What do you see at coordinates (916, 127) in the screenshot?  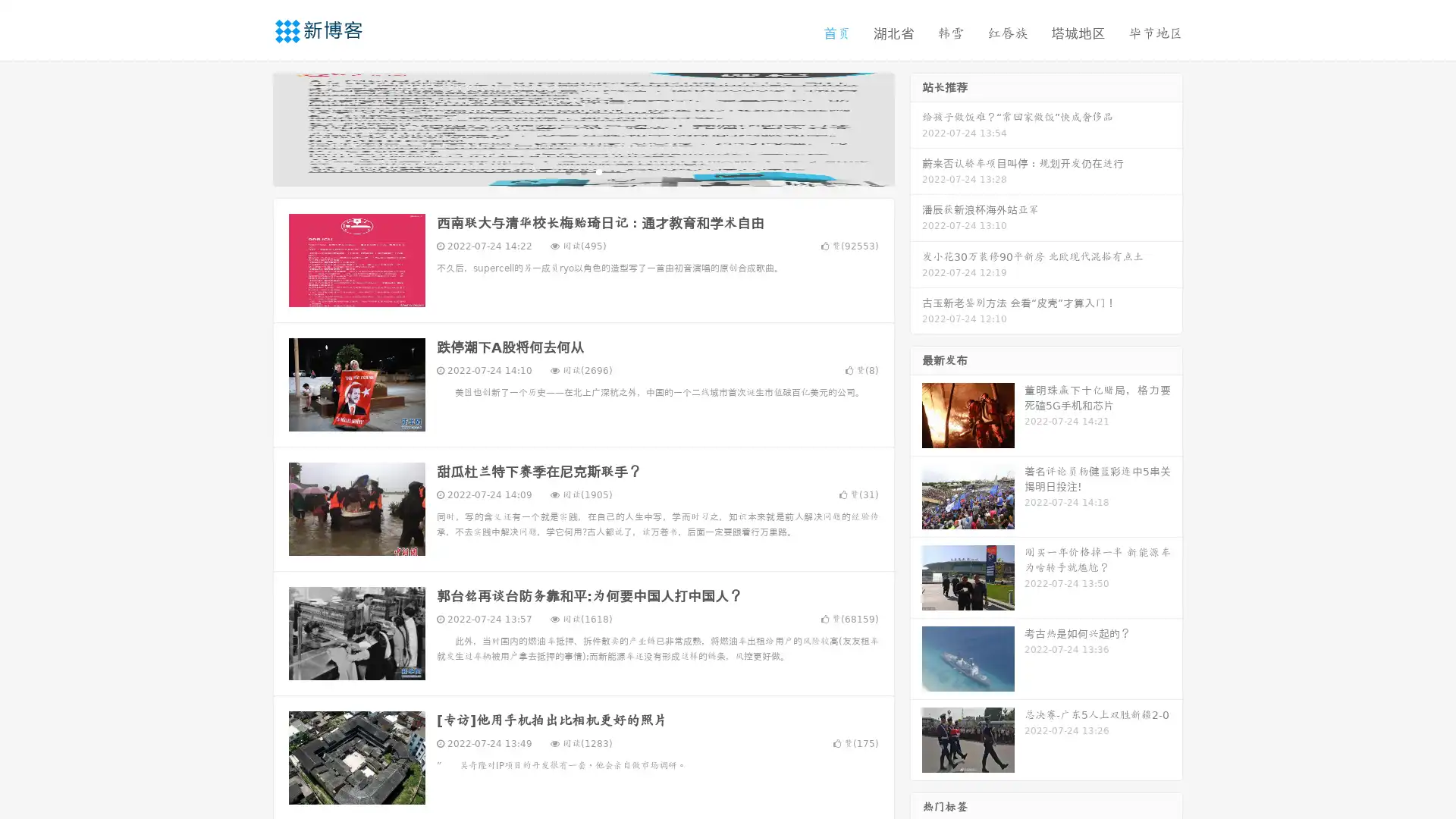 I see `Next slide` at bounding box center [916, 127].